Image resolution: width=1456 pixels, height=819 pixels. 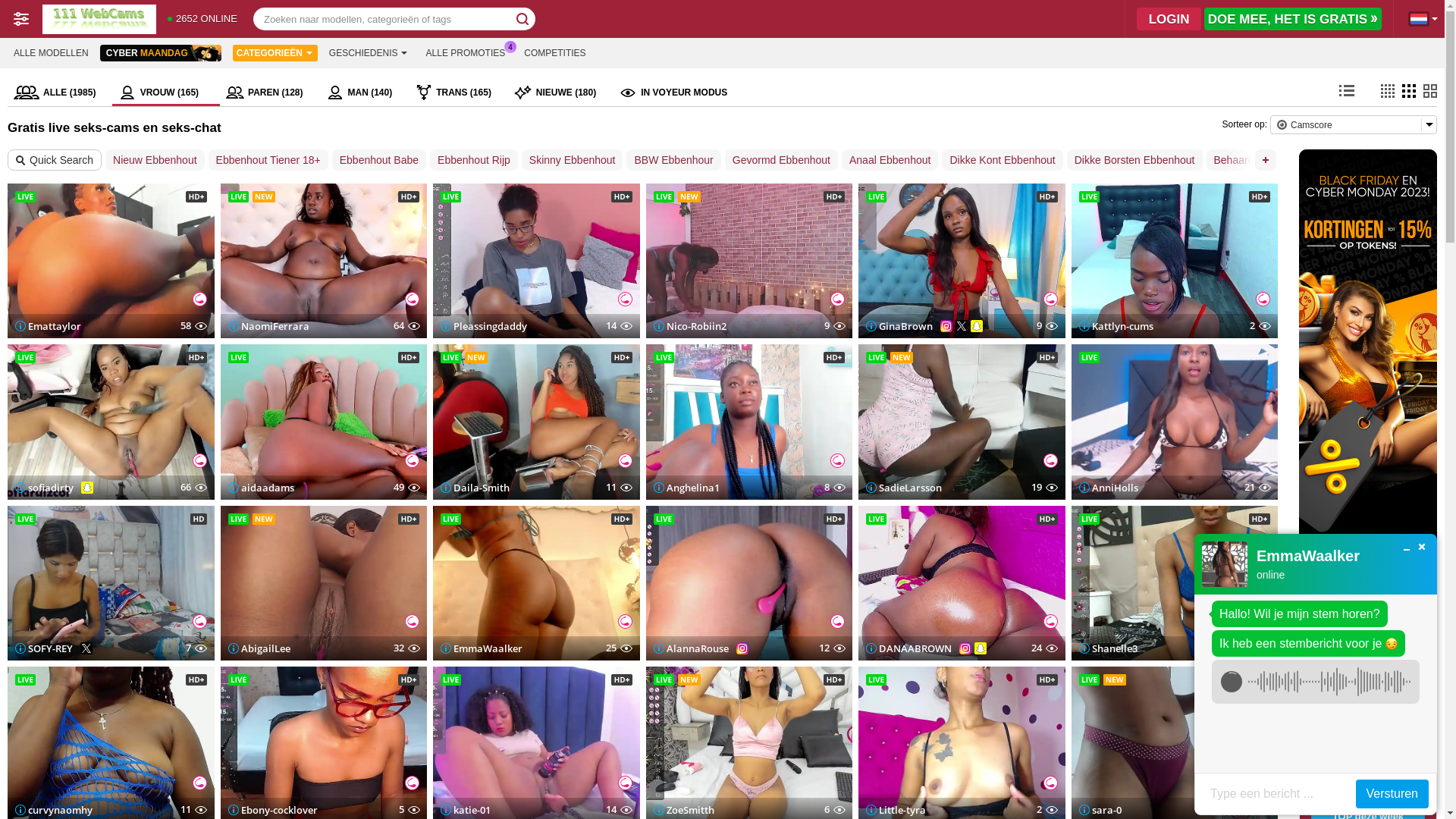 What do you see at coordinates (690, 648) in the screenshot?
I see `'AlannaRouse'` at bounding box center [690, 648].